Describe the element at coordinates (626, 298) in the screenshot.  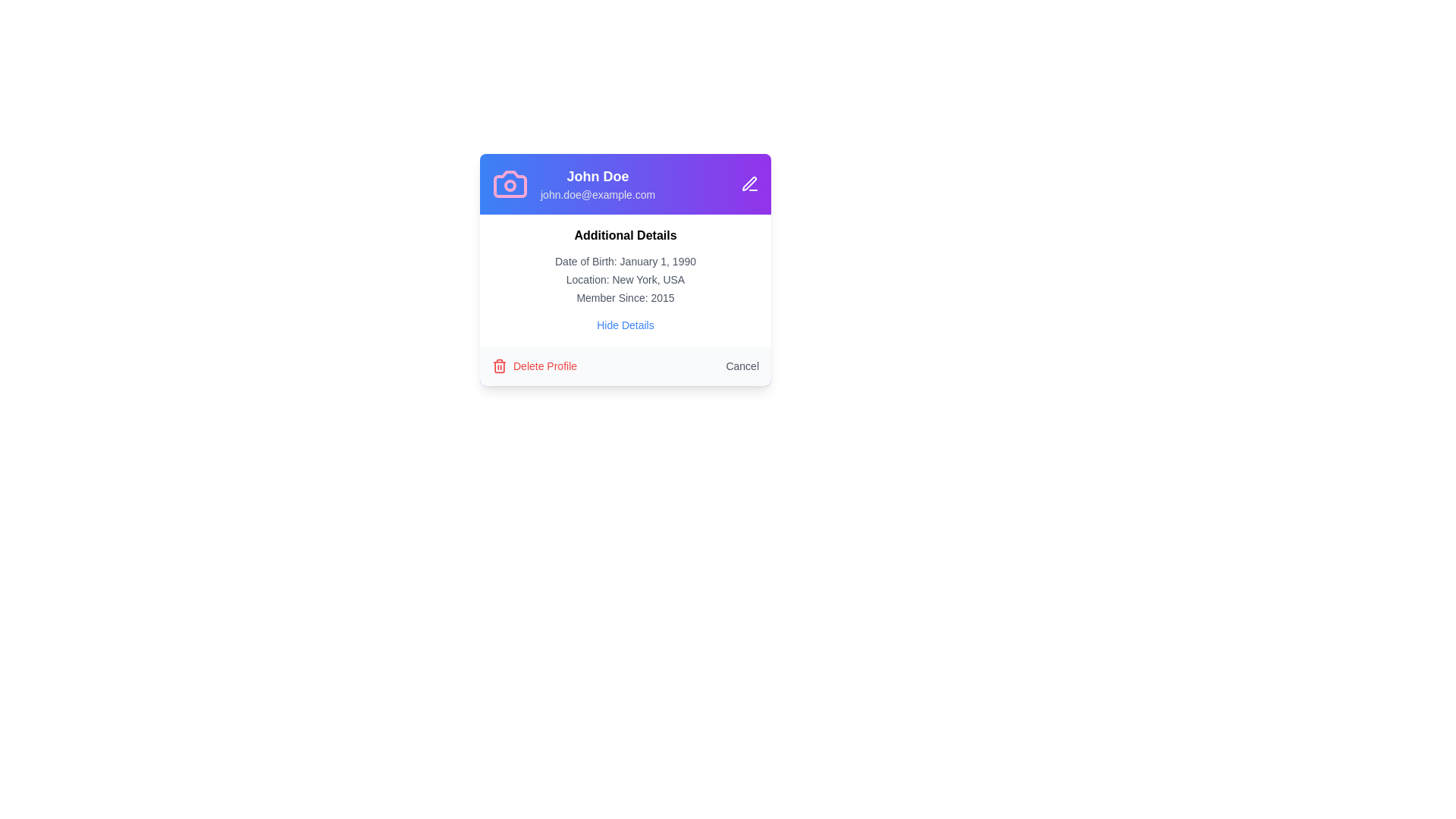
I see `the text label displaying 'Member Since: 2015' in a gray font, located in the 'Additional Details' section of the modal dialog box` at that location.